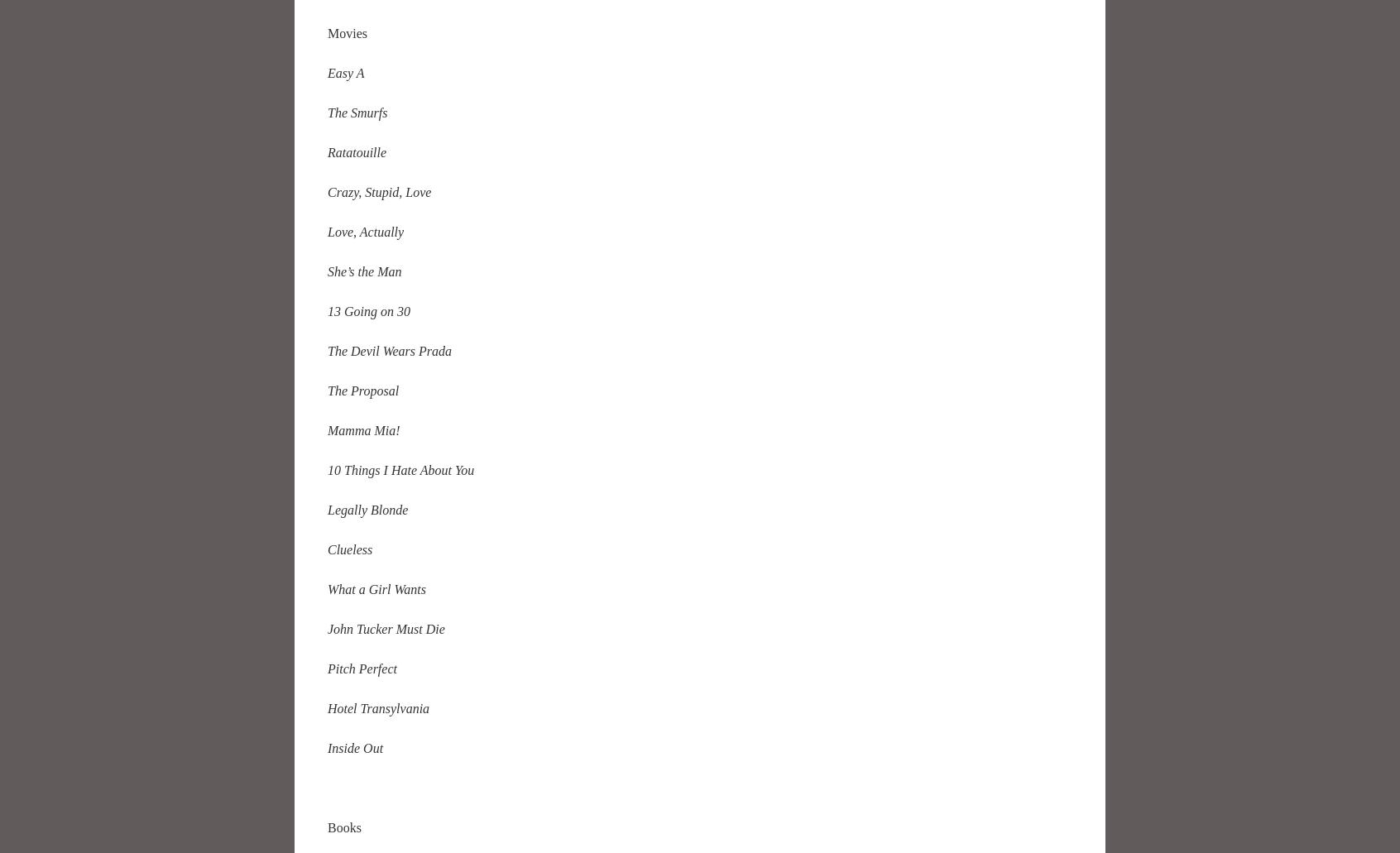 The width and height of the screenshot is (1400, 853). I want to click on 'The Proposal', so click(362, 390).